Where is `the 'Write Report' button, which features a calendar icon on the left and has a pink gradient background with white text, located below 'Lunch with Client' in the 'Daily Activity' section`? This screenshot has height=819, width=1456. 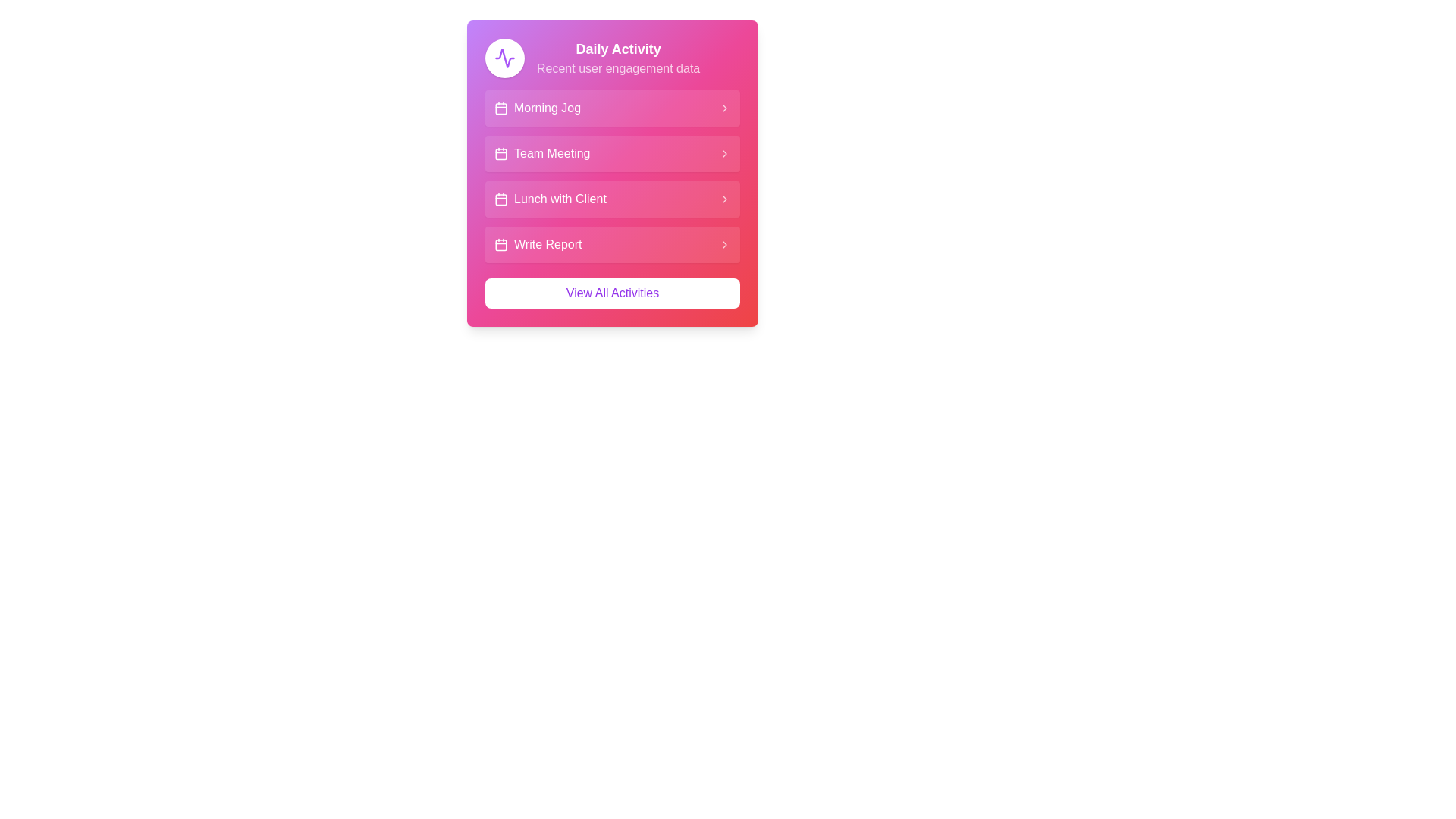
the 'Write Report' button, which features a calendar icon on the left and has a pink gradient background with white text, located below 'Lunch with Client' in the 'Daily Activity' section is located at coordinates (538, 244).